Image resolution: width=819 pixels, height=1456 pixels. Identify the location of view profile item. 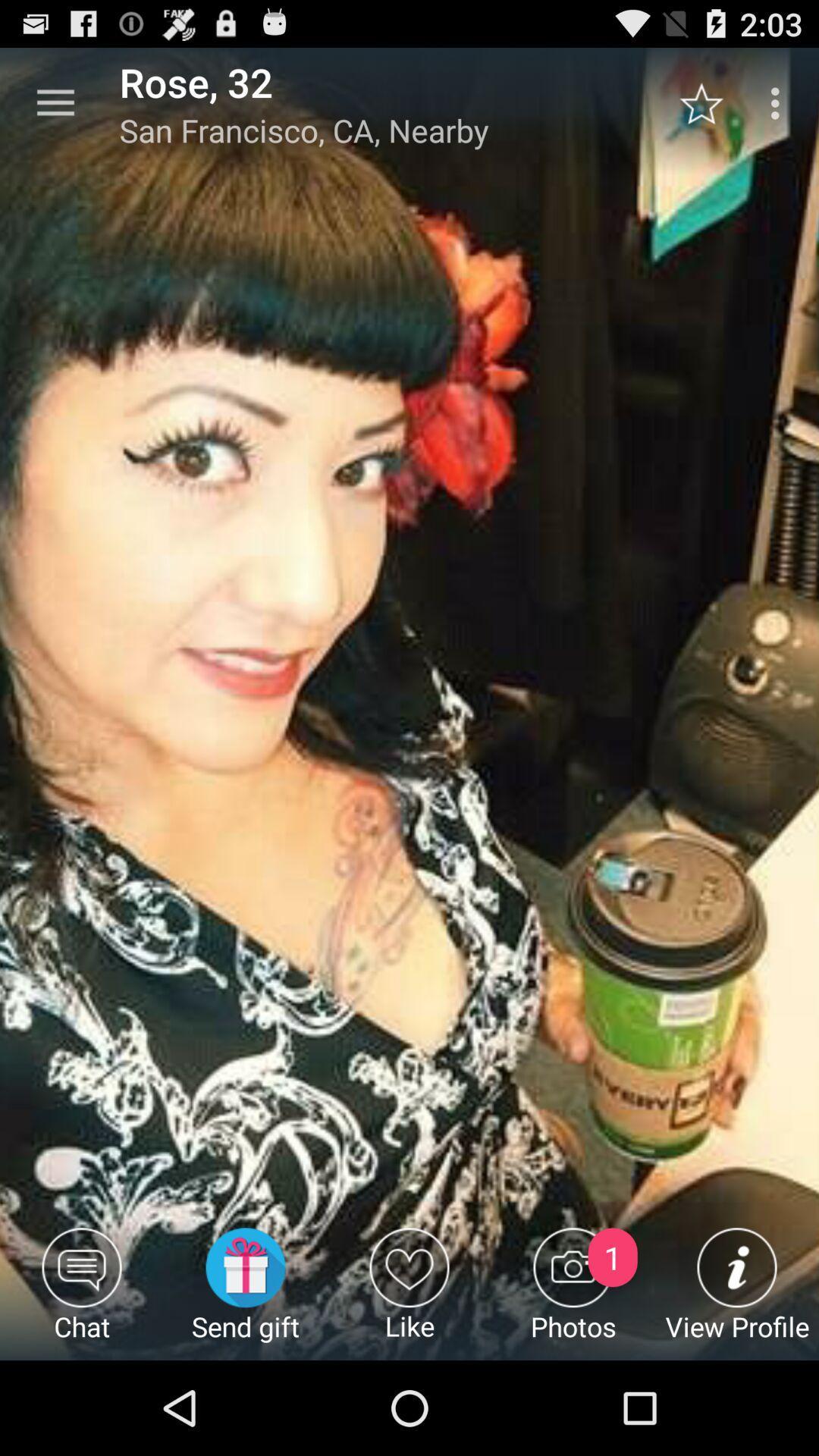
(736, 1293).